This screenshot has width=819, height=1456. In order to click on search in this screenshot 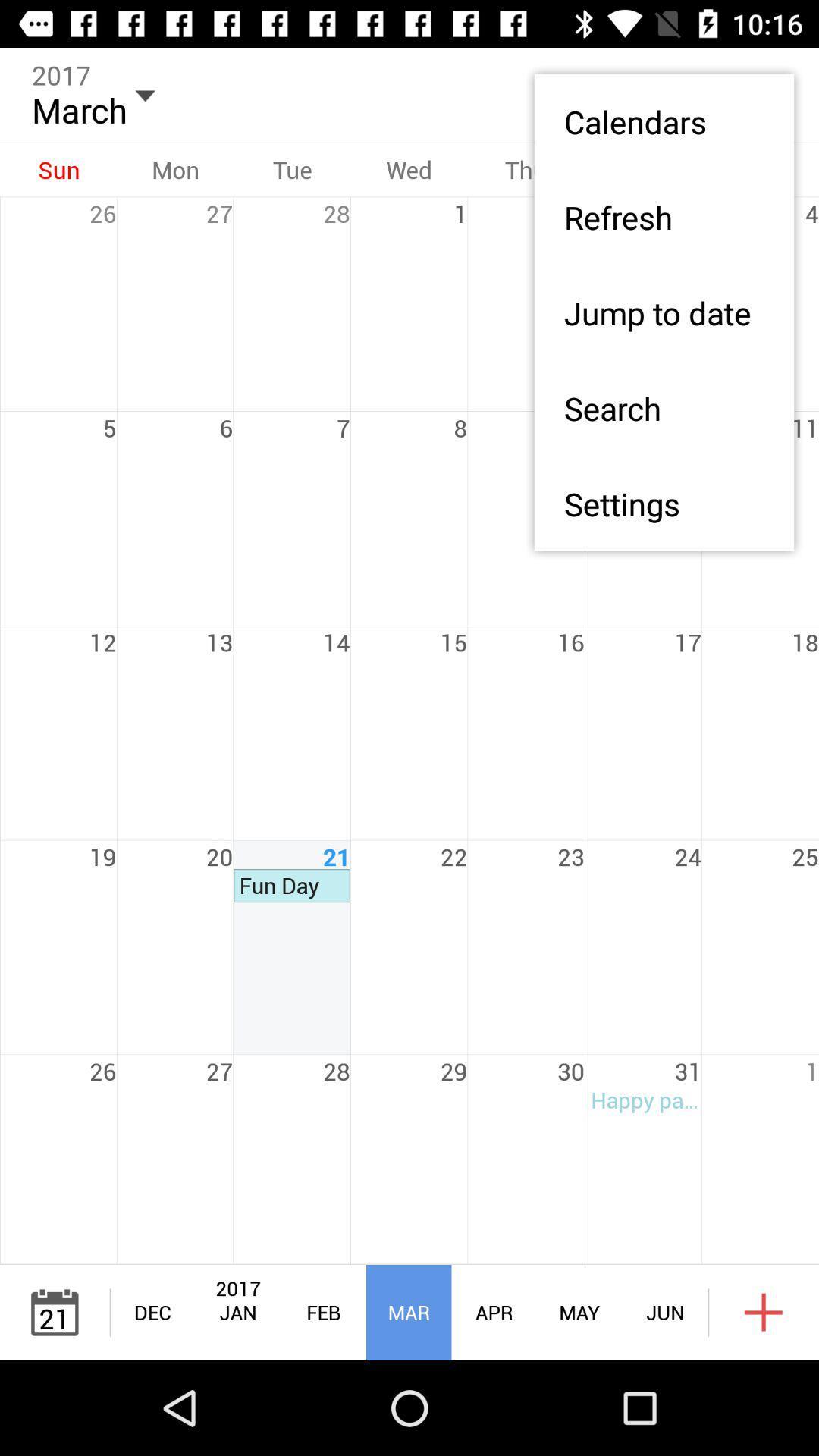, I will do `click(663, 408)`.